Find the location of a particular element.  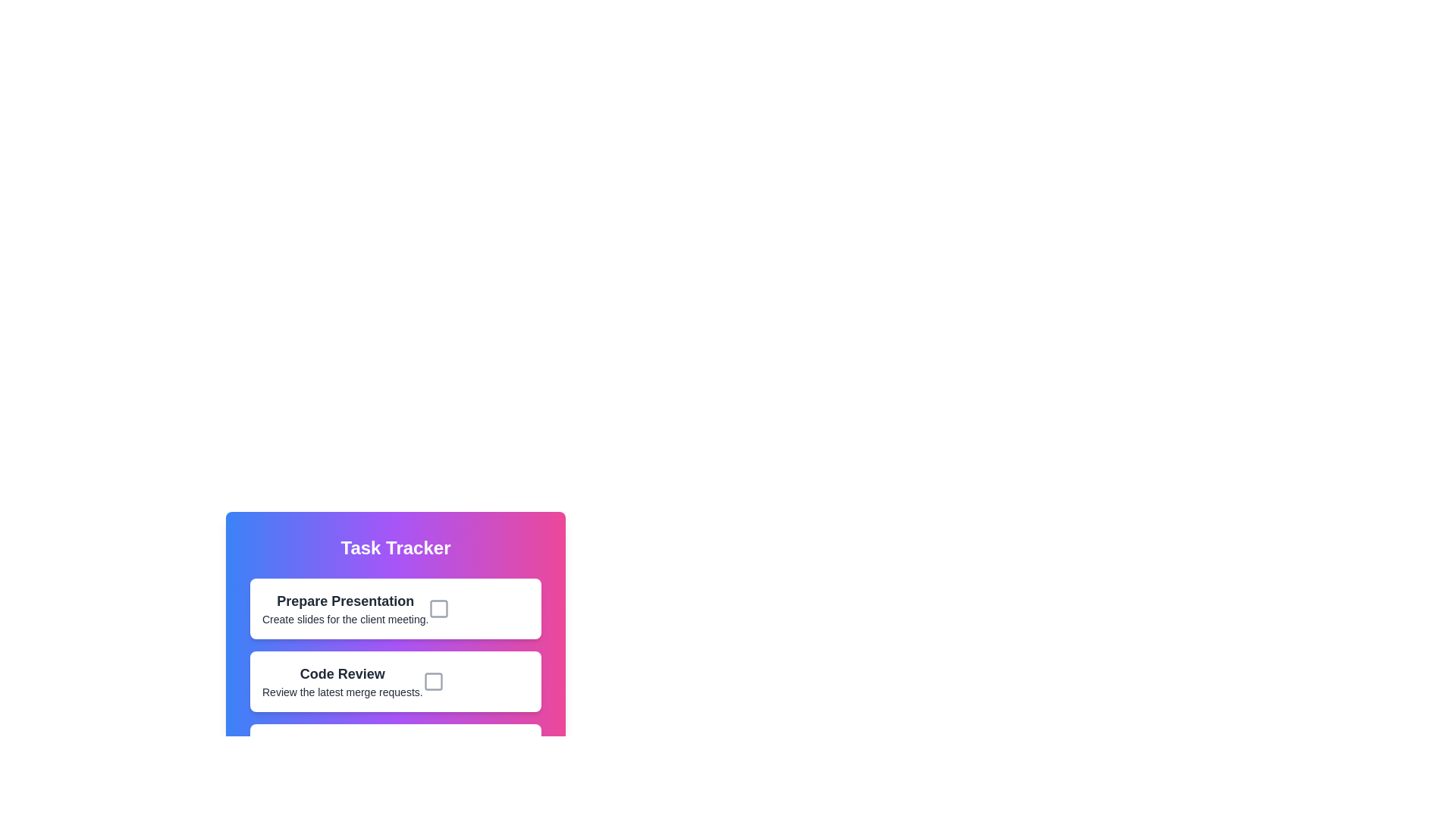

the first task item block in the task list application, which contains a title and description text, located above the 'Code Review' task is located at coordinates (344, 607).